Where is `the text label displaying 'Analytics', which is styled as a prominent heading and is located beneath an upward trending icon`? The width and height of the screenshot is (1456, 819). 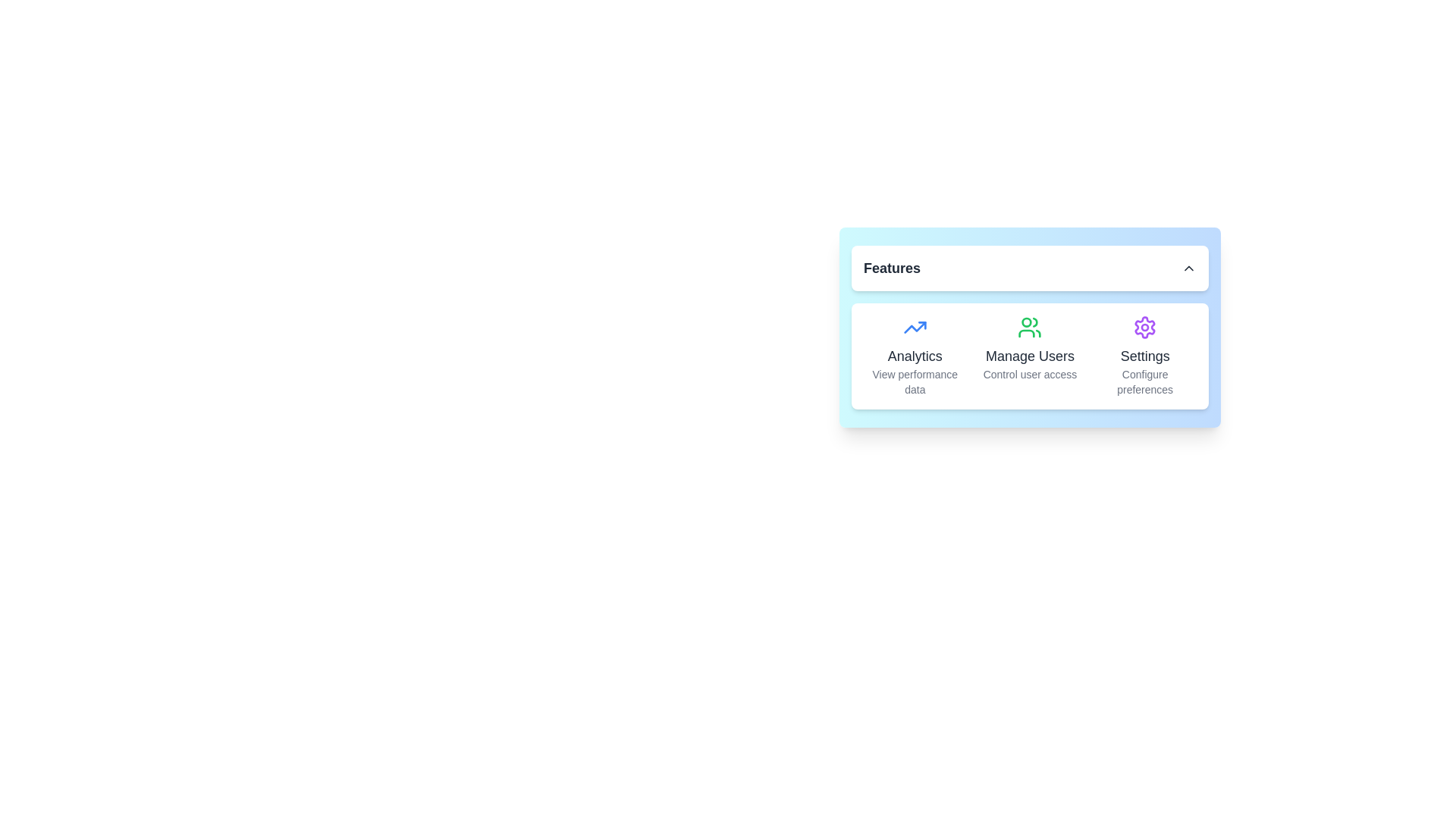
the text label displaying 'Analytics', which is styled as a prominent heading and is located beneath an upward trending icon is located at coordinates (914, 356).